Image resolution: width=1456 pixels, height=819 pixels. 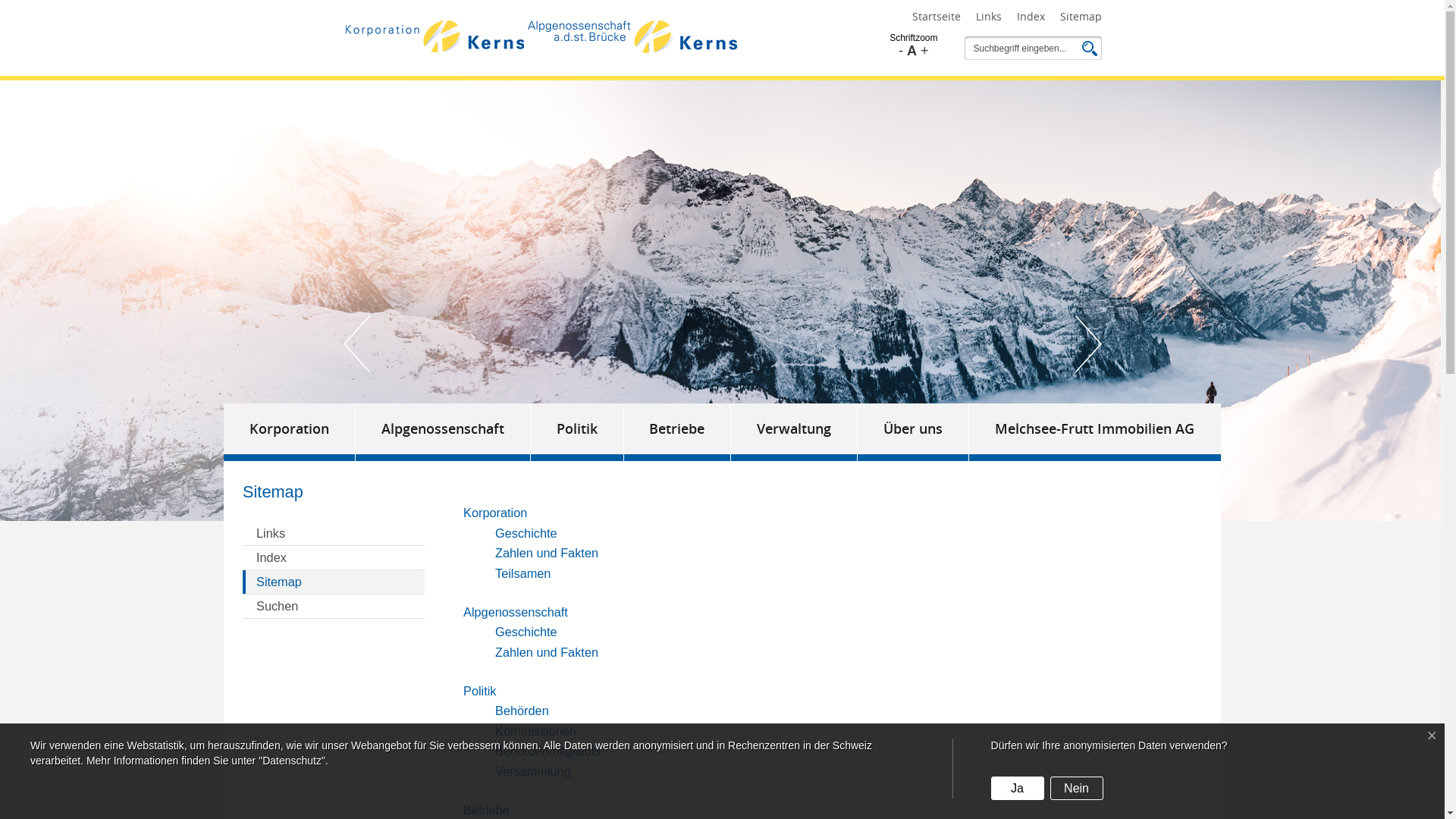 What do you see at coordinates (486, 808) in the screenshot?
I see `'Betriebe'` at bounding box center [486, 808].